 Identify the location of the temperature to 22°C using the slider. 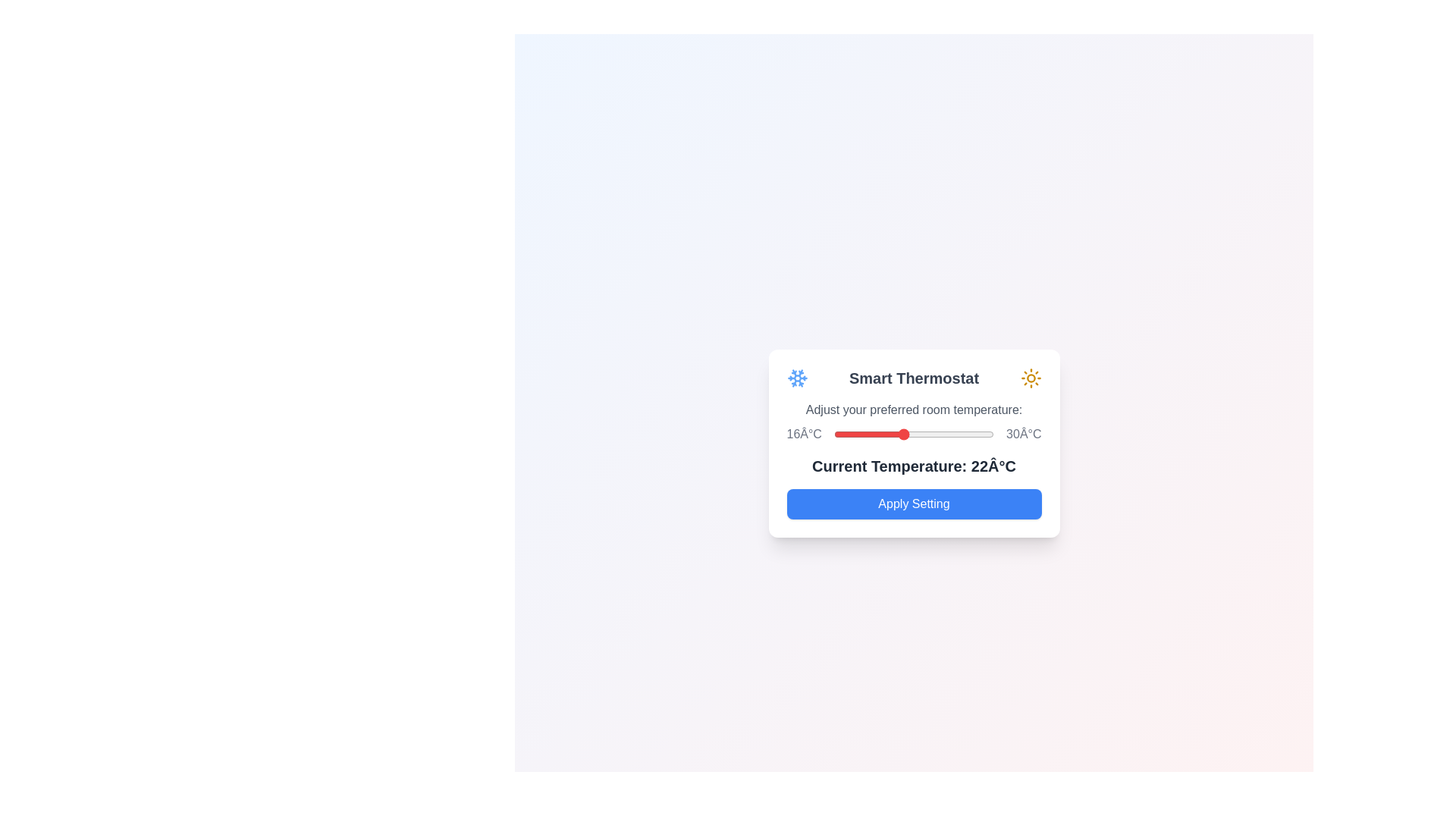
(902, 435).